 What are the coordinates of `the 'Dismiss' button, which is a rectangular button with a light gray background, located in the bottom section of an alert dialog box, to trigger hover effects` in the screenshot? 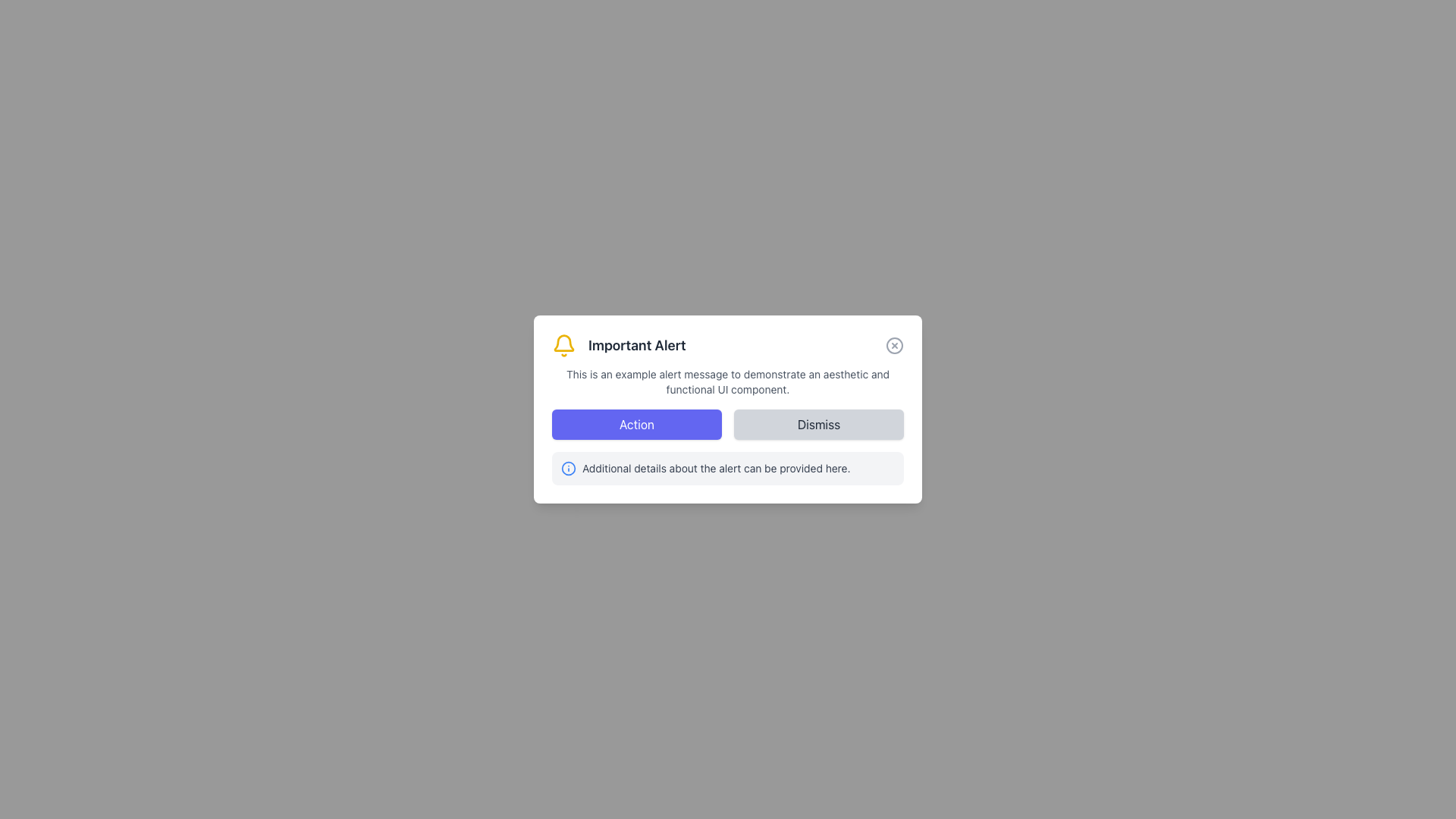 It's located at (818, 424).